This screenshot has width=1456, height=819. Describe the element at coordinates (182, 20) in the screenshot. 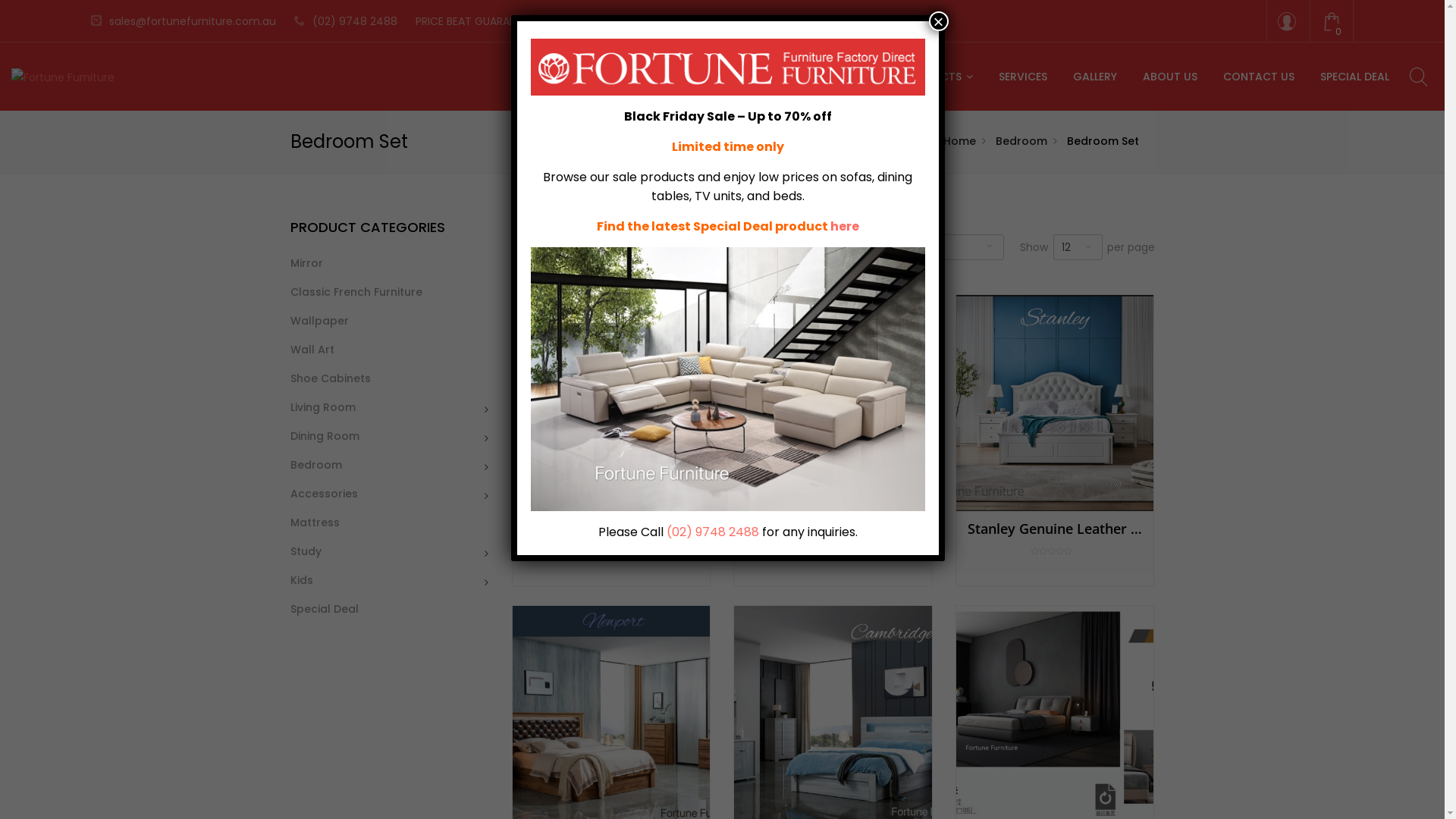

I see `'sales@fortunefurniture.com.au'` at that location.